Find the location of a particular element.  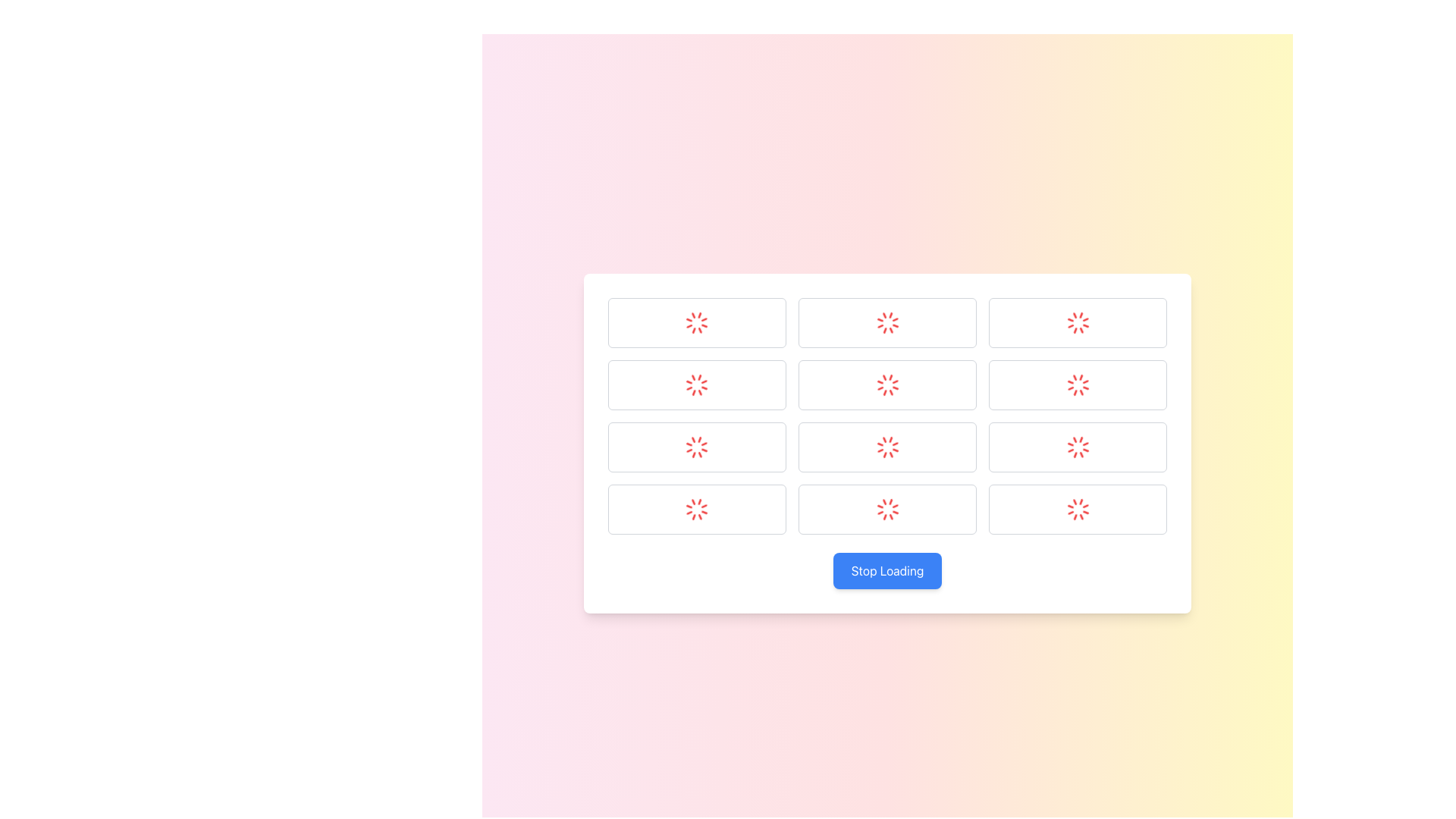

the spinning animation of the loader icon located at the center of the grid in the second row and second column is located at coordinates (696, 384).